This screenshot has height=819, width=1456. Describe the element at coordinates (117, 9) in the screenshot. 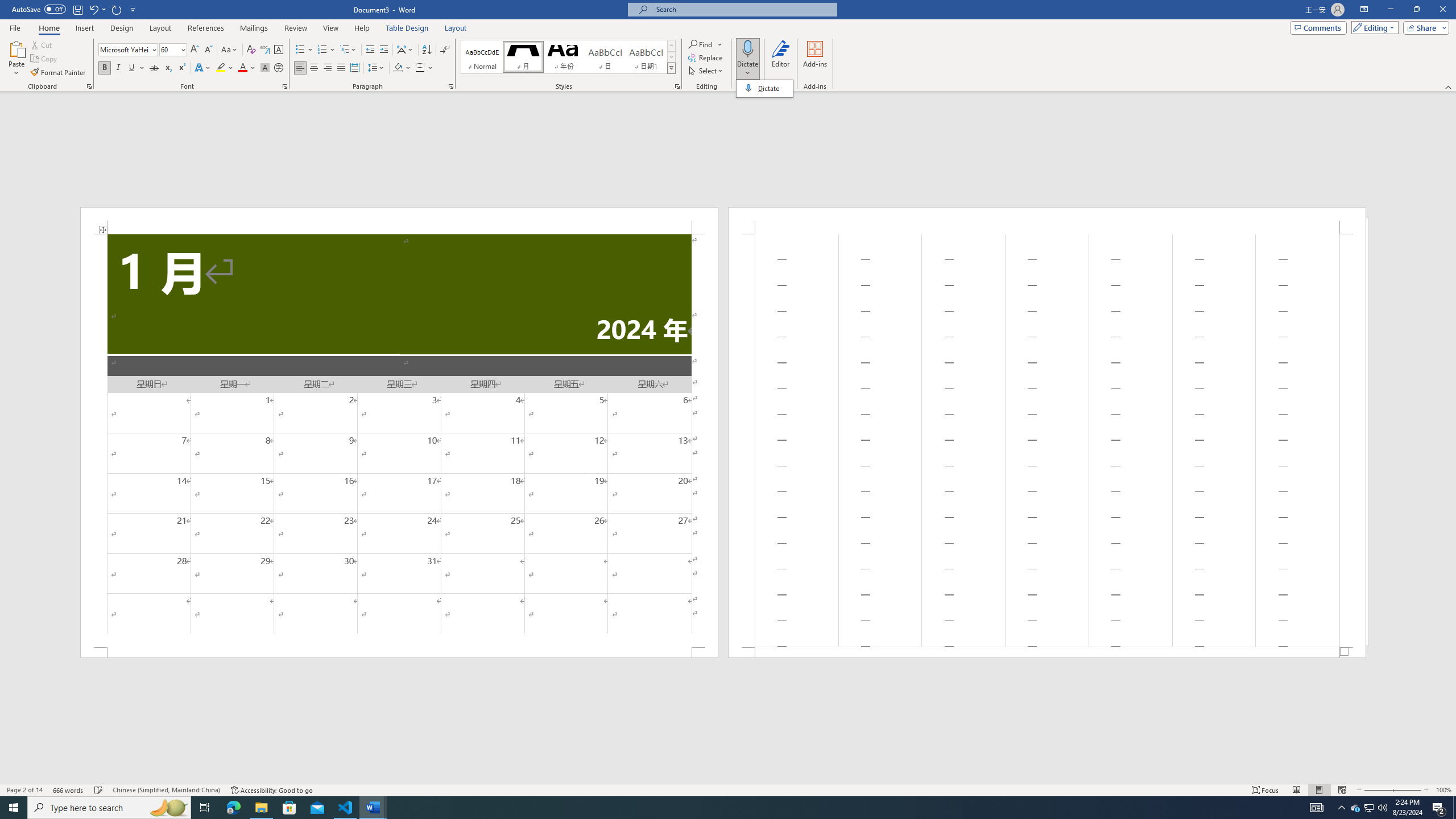

I see `'Repeat Doc Close'` at that location.